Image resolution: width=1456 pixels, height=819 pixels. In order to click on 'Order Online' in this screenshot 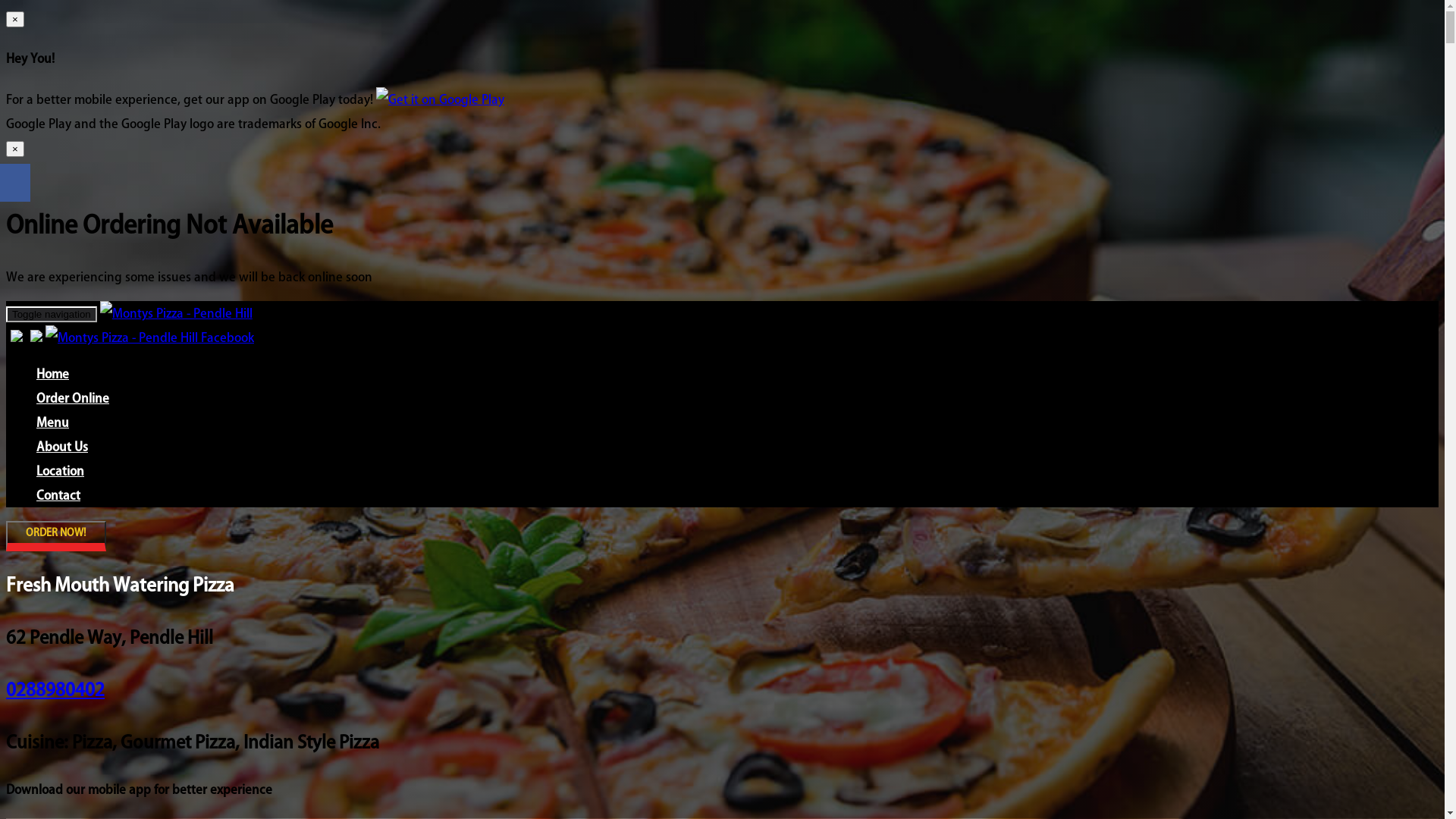, I will do `click(36, 397)`.